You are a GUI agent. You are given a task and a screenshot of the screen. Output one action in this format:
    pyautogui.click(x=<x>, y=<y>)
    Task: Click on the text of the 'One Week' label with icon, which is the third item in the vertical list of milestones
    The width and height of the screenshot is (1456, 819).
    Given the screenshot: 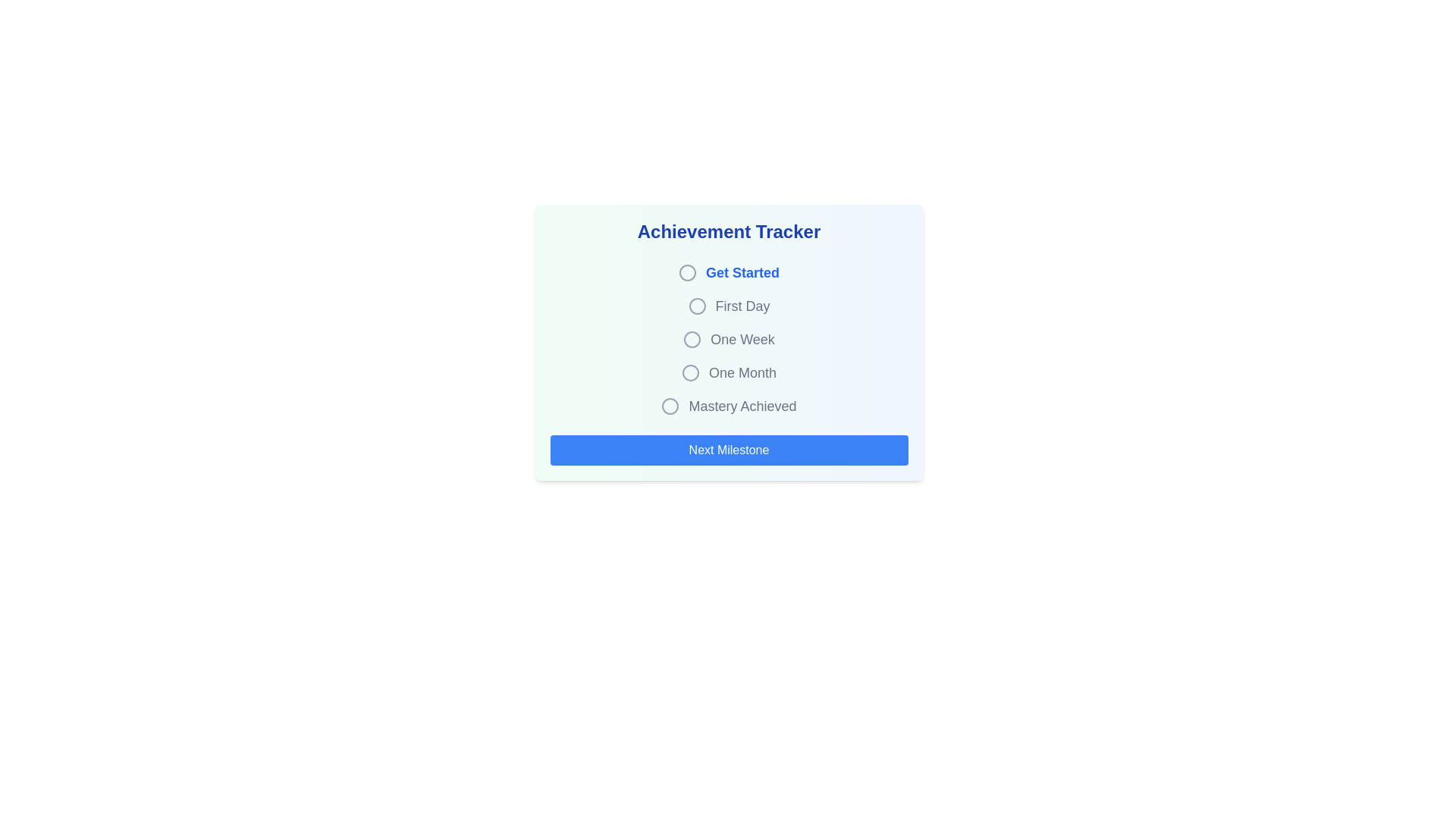 What is the action you would take?
    pyautogui.click(x=729, y=338)
    